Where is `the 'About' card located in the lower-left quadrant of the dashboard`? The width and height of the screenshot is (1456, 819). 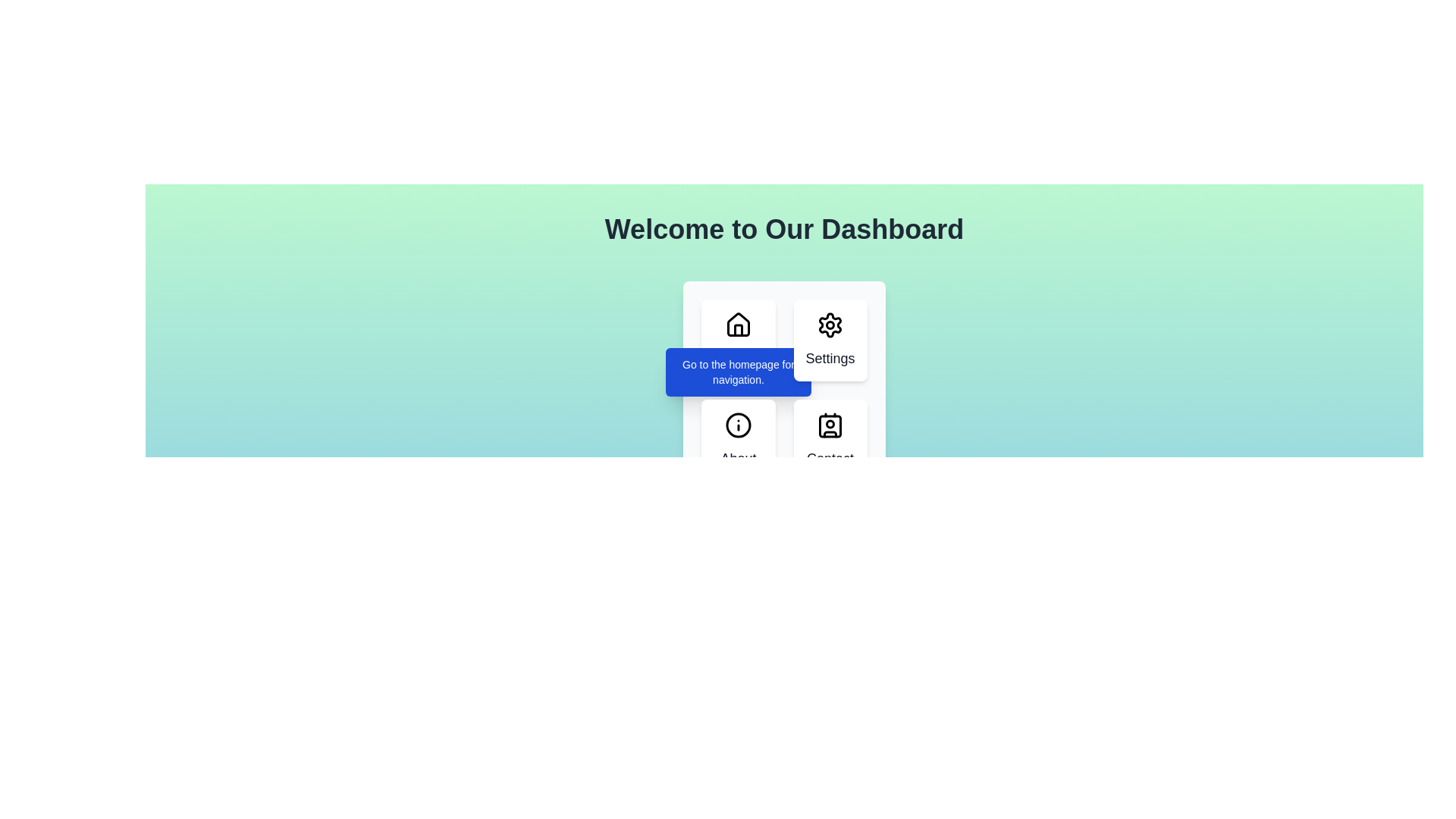
the 'About' card located in the lower-left quadrant of the dashboard is located at coordinates (739, 441).